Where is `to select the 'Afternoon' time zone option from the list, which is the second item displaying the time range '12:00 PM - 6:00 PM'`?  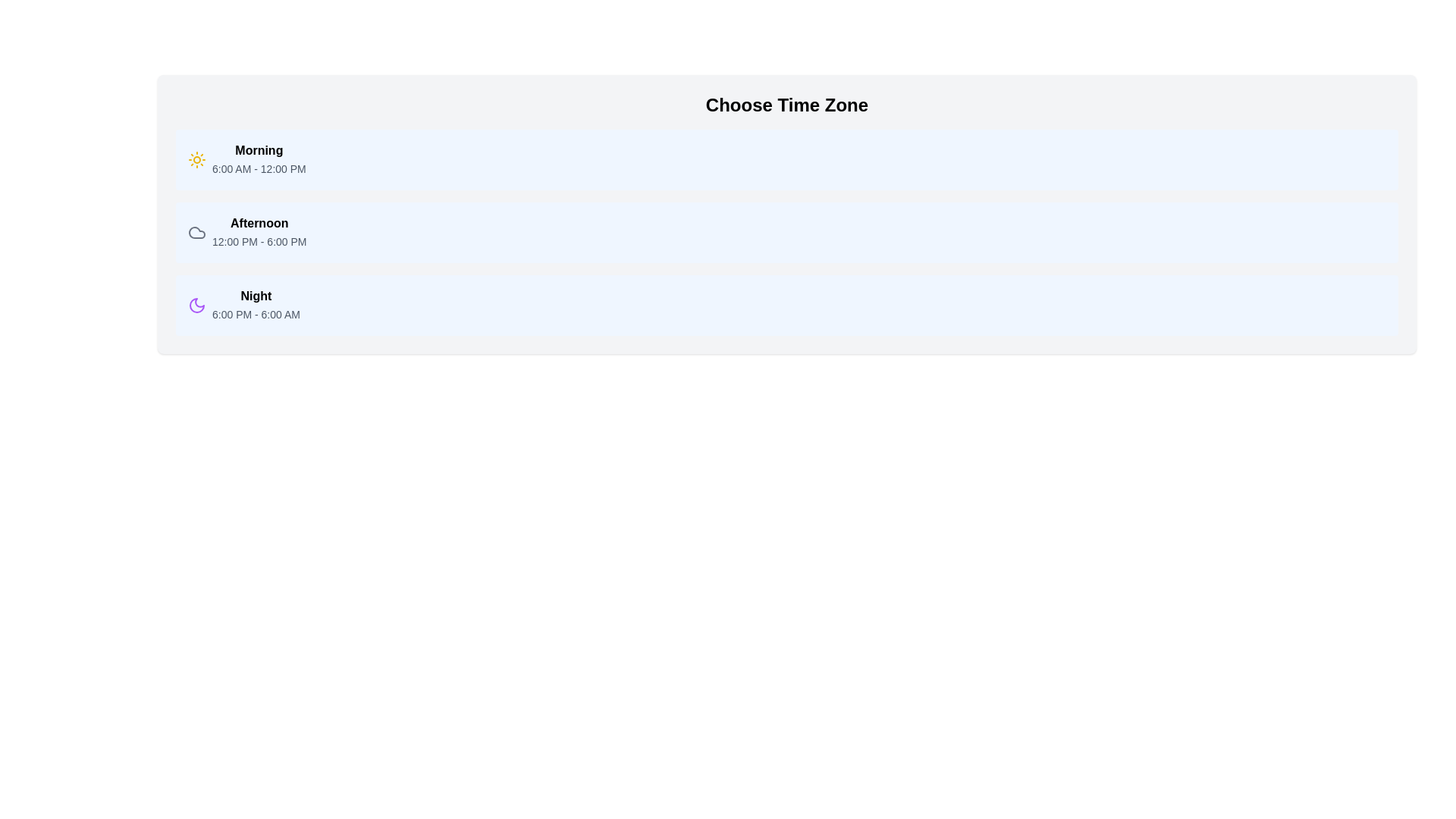
to select the 'Afternoon' time zone option from the list, which is the second item displaying the time range '12:00 PM - 6:00 PM' is located at coordinates (259, 233).